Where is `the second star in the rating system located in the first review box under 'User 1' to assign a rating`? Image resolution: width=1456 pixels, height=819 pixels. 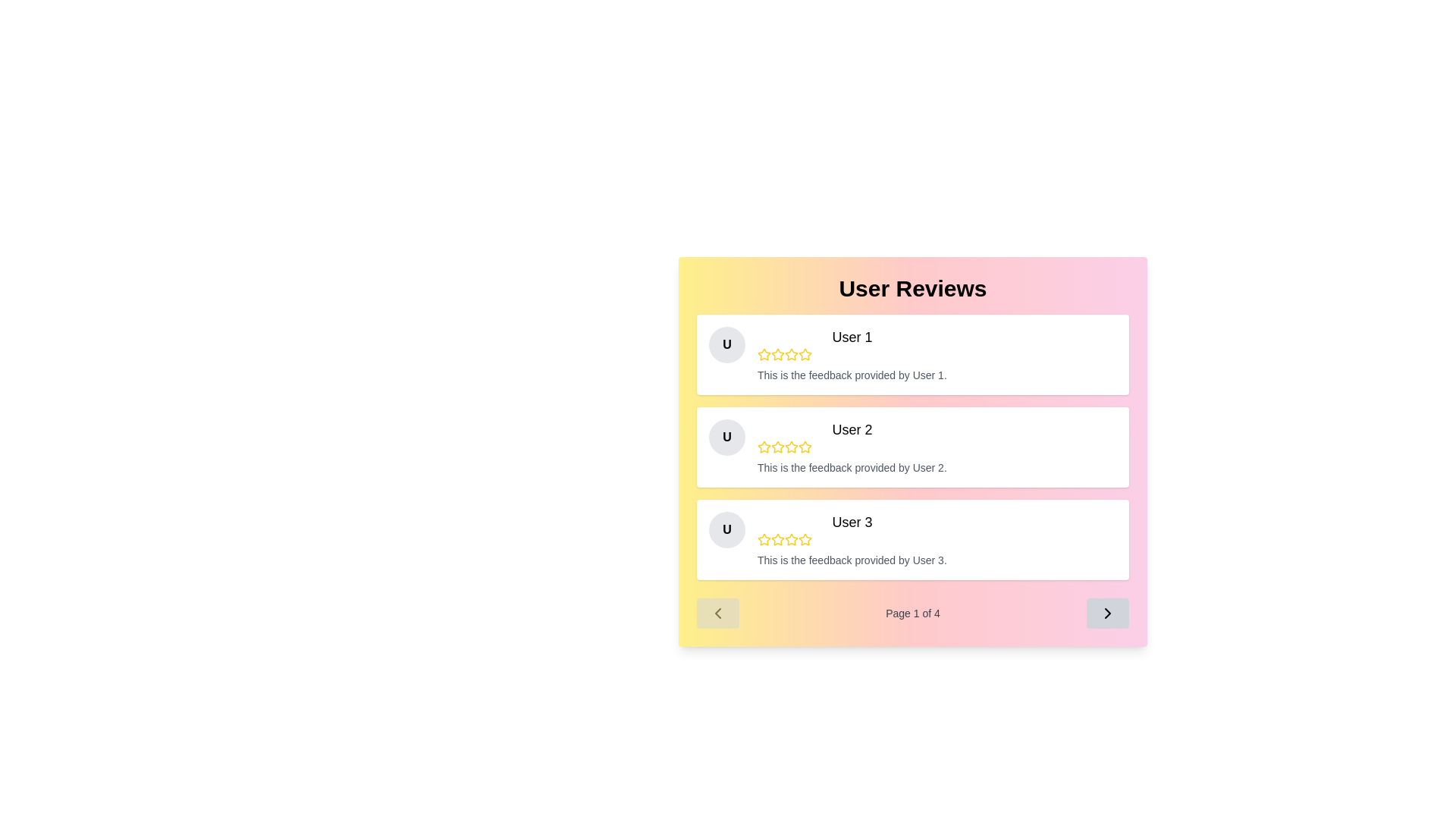 the second star in the rating system located in the first review box under 'User 1' to assign a rating is located at coordinates (852, 354).